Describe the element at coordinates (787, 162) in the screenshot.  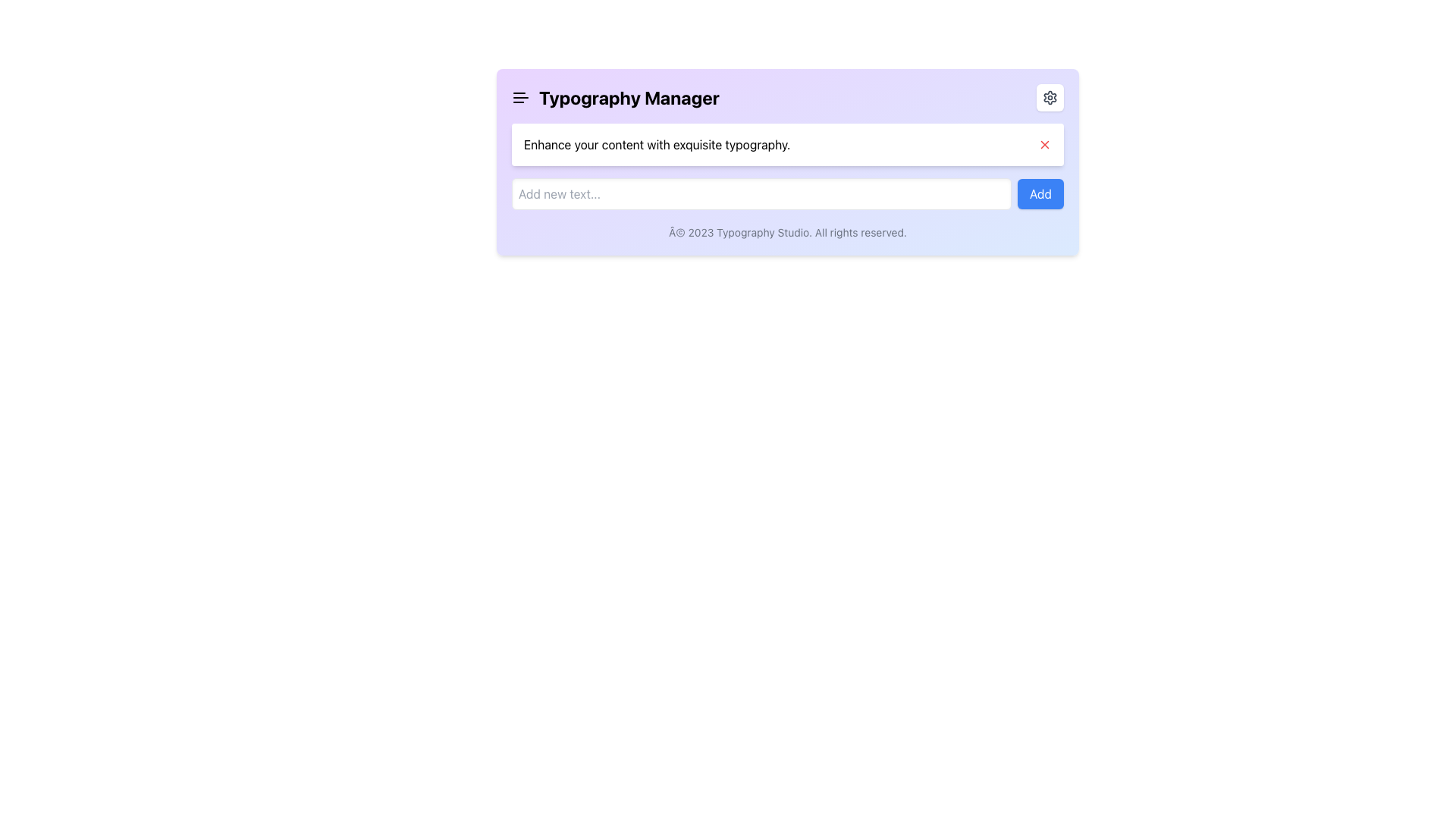
I see `the central interface element for managing typography content, which includes a title, interactive input field, and a button` at that location.